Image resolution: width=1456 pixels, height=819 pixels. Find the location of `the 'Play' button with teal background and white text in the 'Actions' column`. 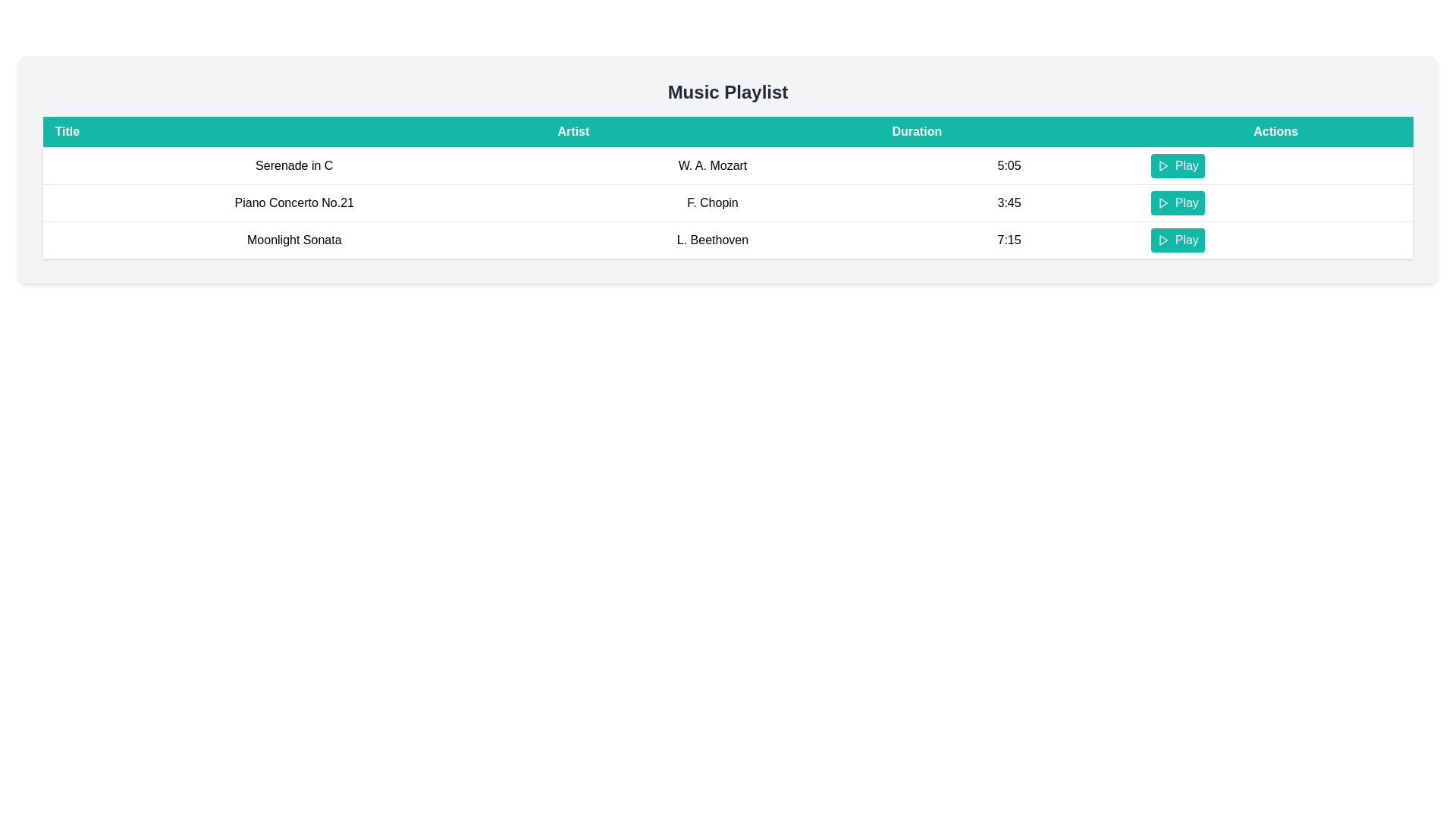

the 'Play' button with teal background and white text in the 'Actions' column is located at coordinates (1177, 166).